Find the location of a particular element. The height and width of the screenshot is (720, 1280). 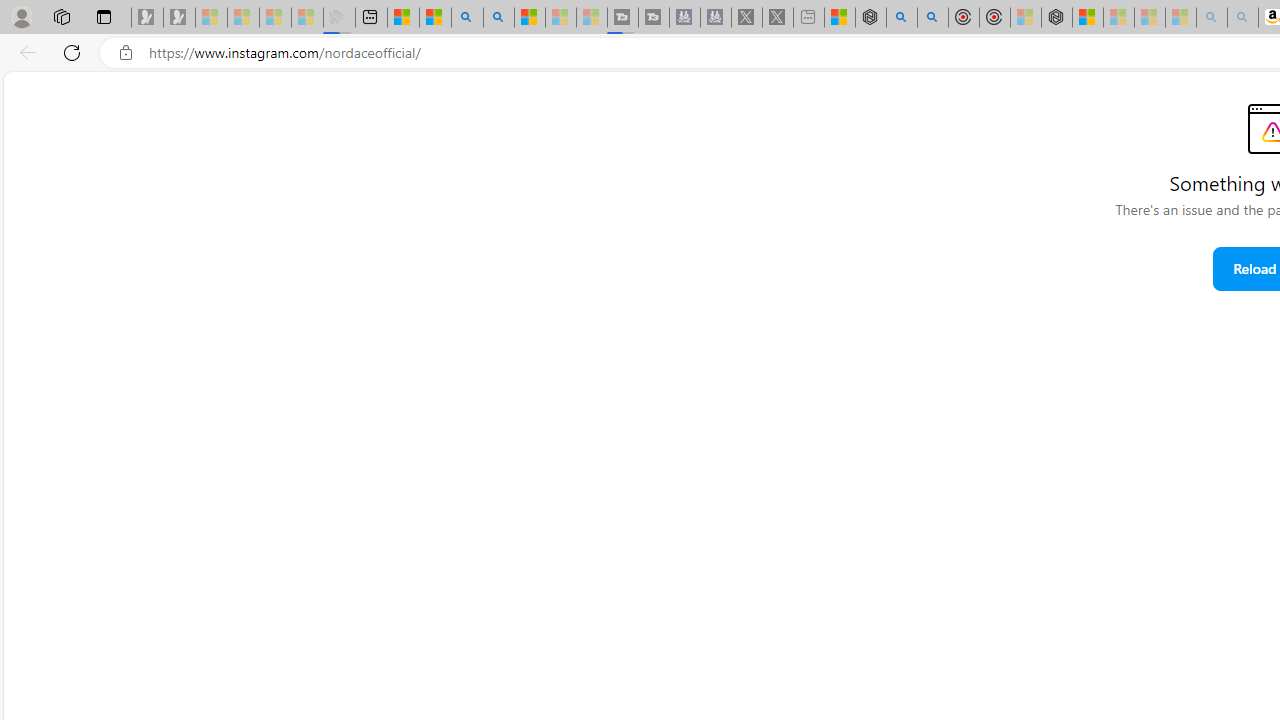

'Newsletter Sign Up - Sleeping' is located at coordinates (179, 17).